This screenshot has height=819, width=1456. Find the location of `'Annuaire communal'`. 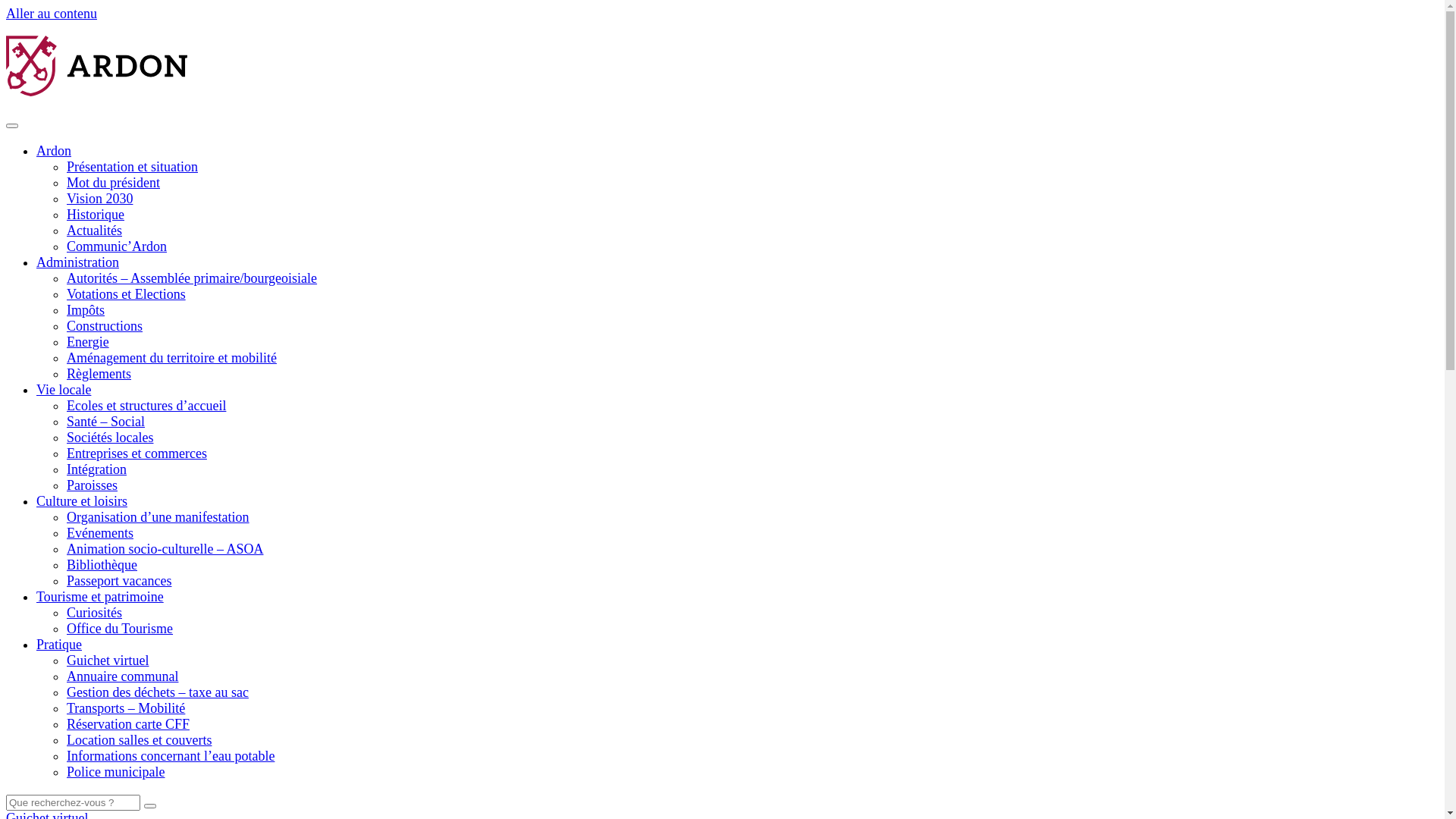

'Annuaire communal' is located at coordinates (65, 675).